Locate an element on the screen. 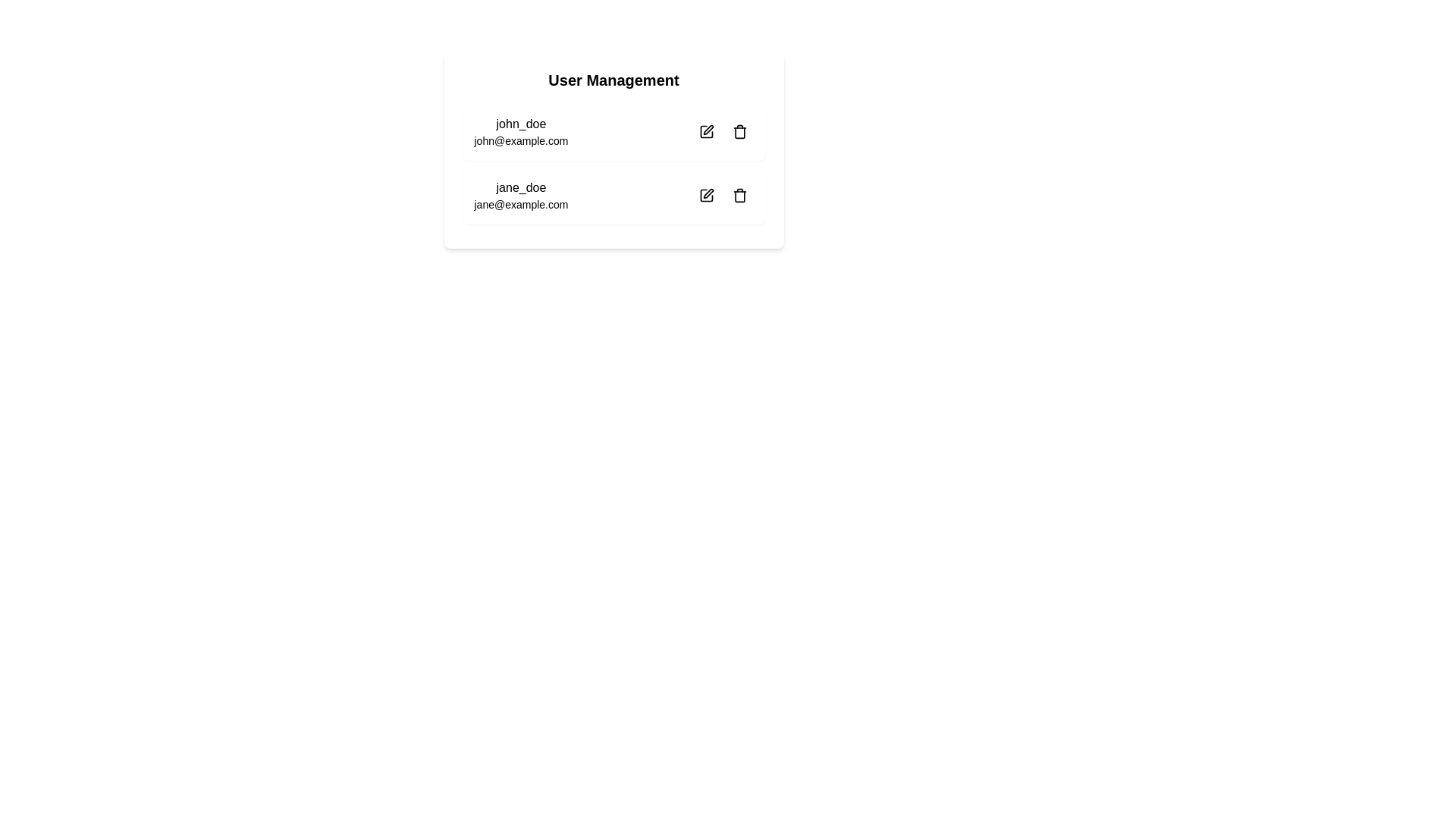 This screenshot has height=819, width=1456. the trash can icon button for user 'john_doe' is located at coordinates (739, 130).